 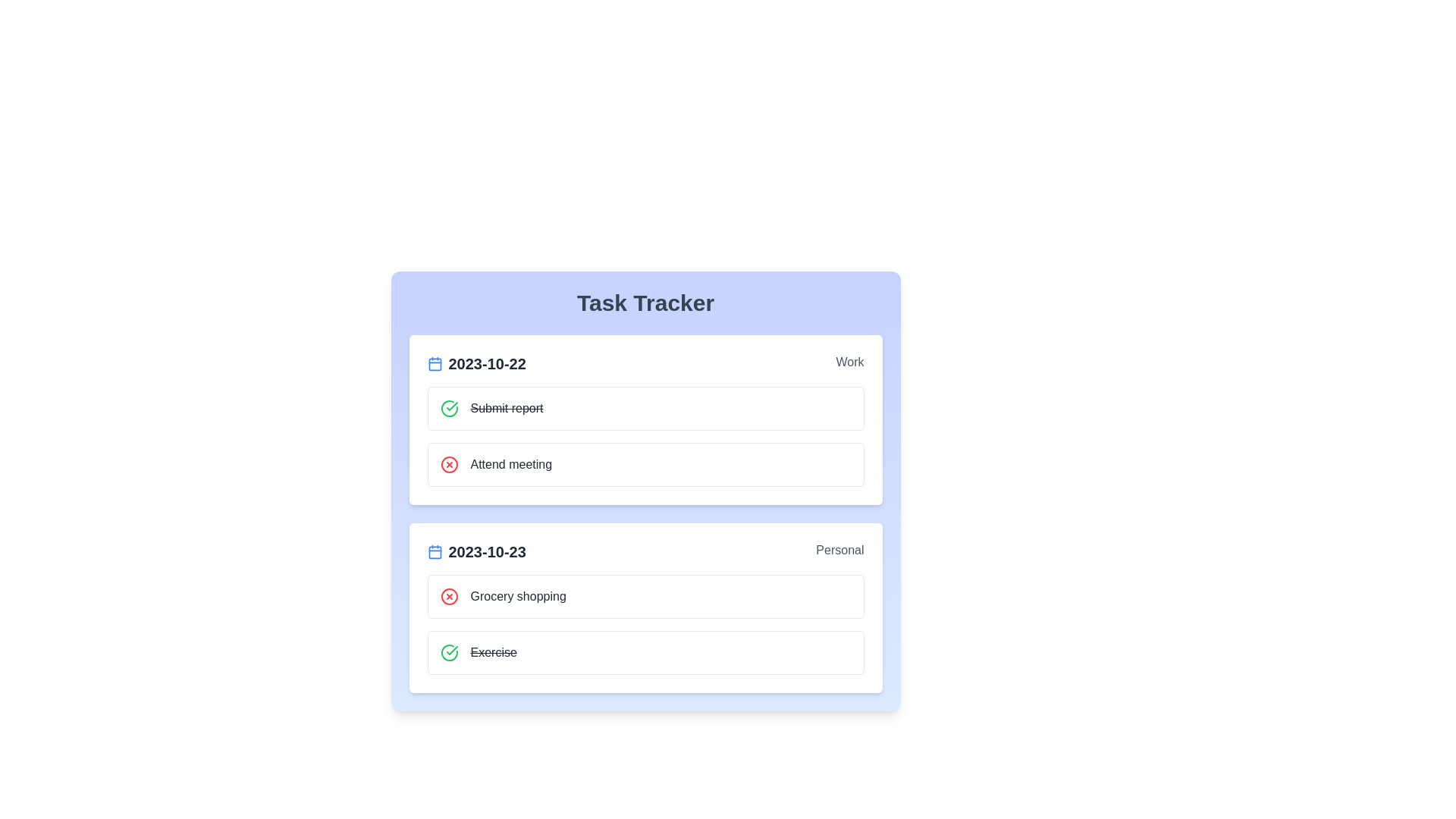 What do you see at coordinates (448, 408) in the screenshot?
I see `the icon corresponding to Submit report to display its tooltip` at bounding box center [448, 408].